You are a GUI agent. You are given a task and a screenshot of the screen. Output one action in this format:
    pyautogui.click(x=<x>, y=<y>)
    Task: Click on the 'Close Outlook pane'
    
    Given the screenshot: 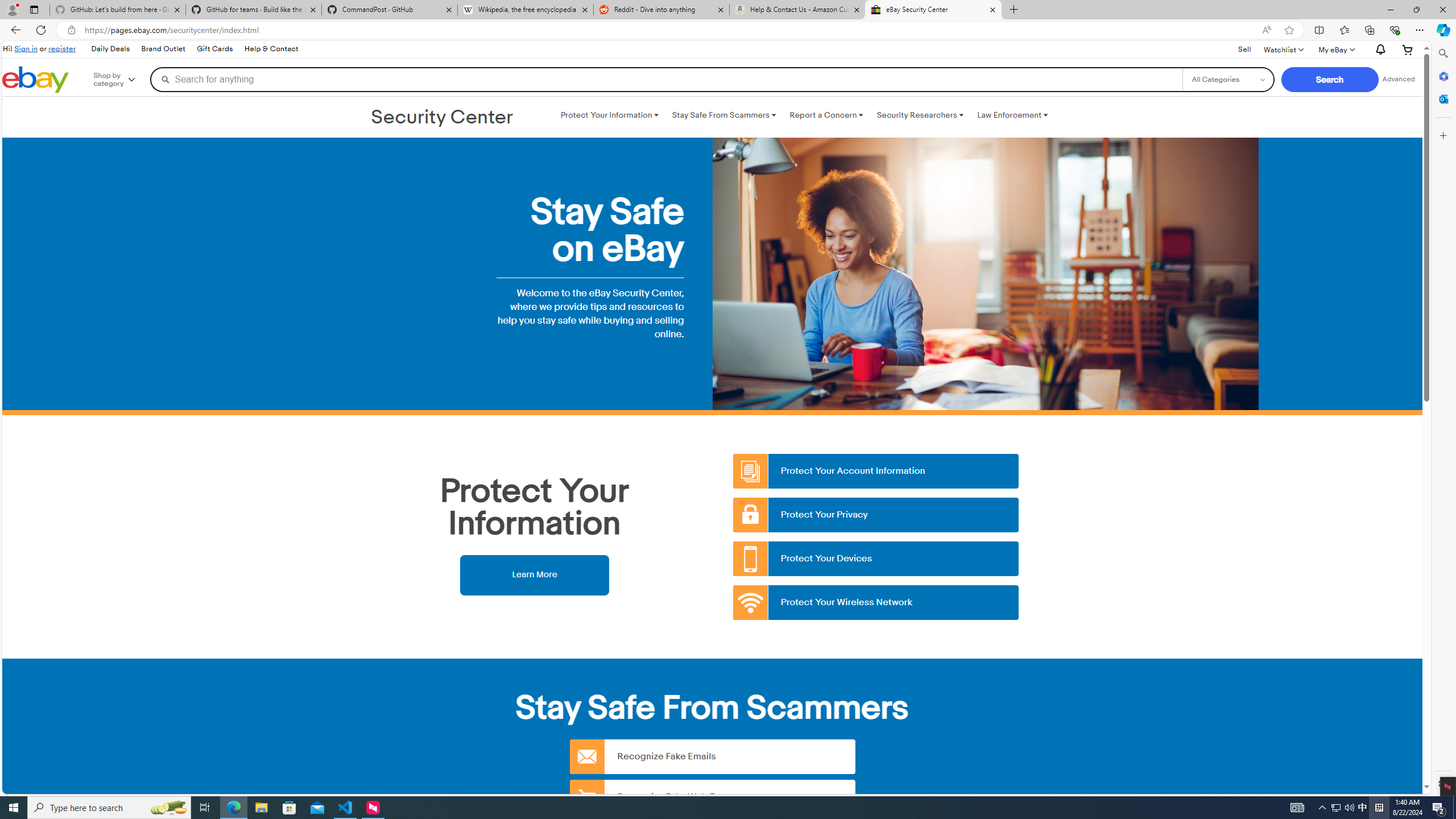 What is the action you would take?
    pyautogui.click(x=1442, y=98)
    